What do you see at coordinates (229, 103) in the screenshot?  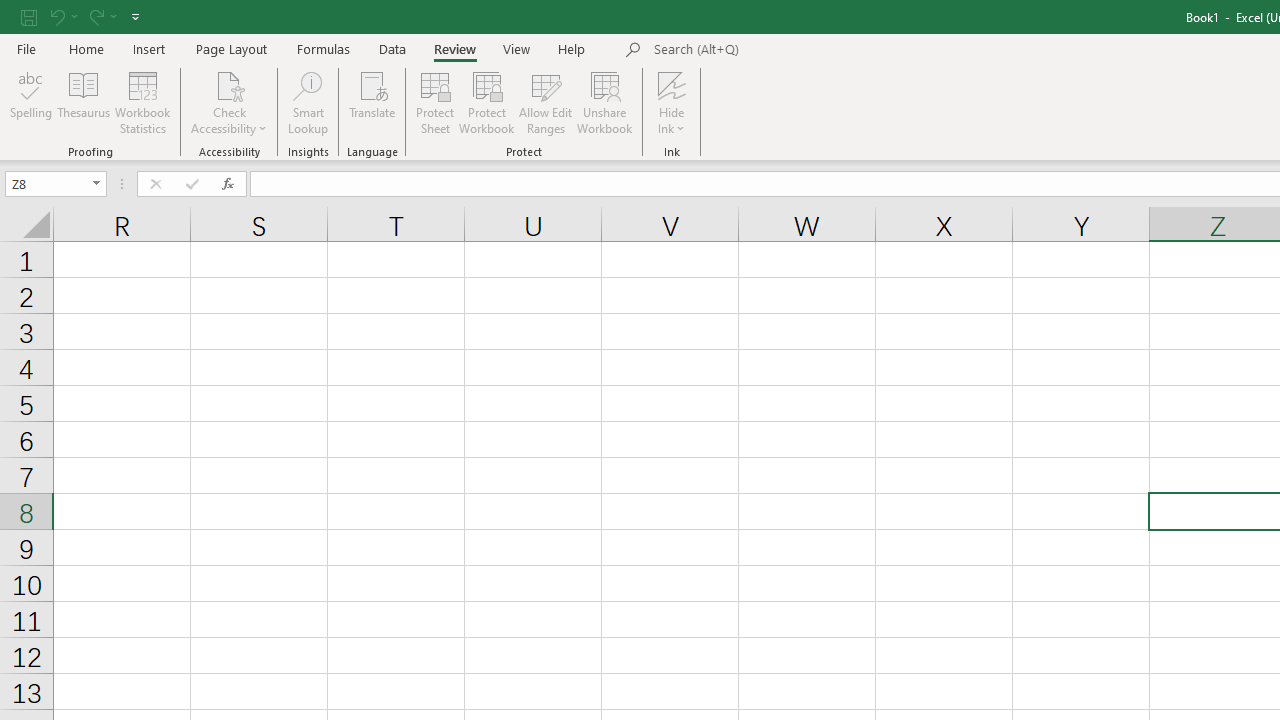 I see `'Check Accessibility'` at bounding box center [229, 103].